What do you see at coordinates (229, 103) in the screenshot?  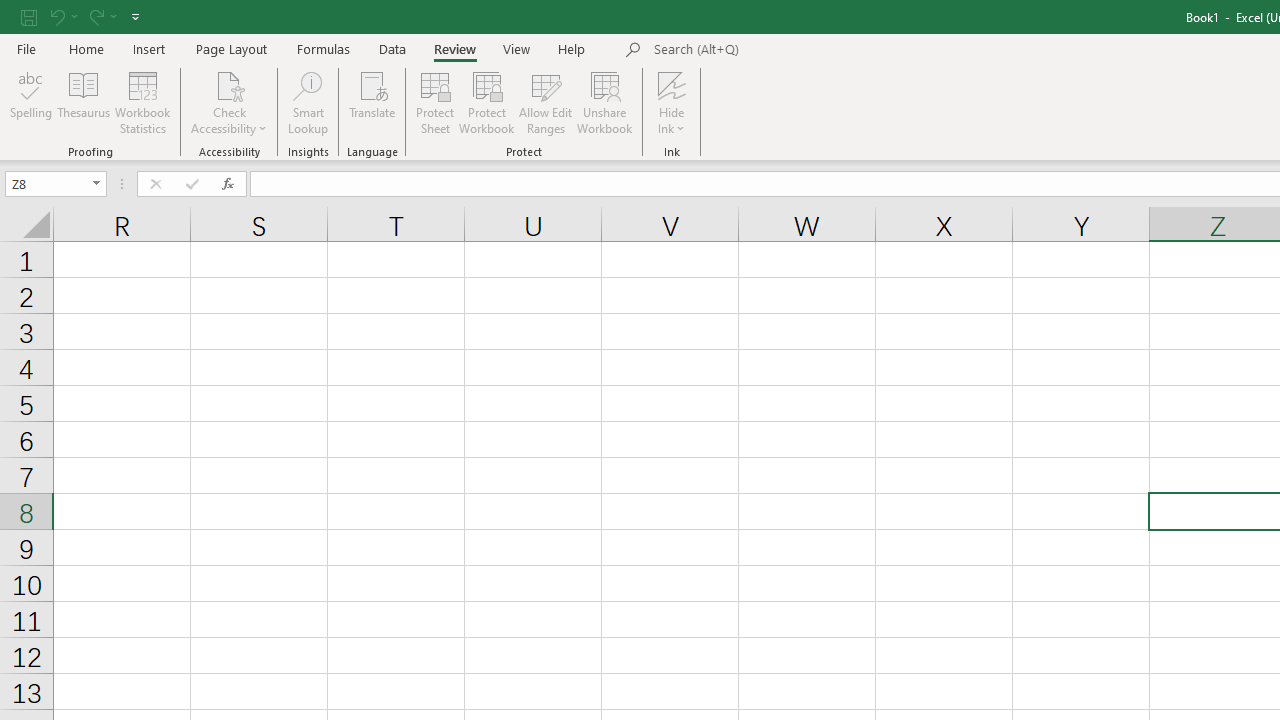 I see `'Check Accessibility'` at bounding box center [229, 103].